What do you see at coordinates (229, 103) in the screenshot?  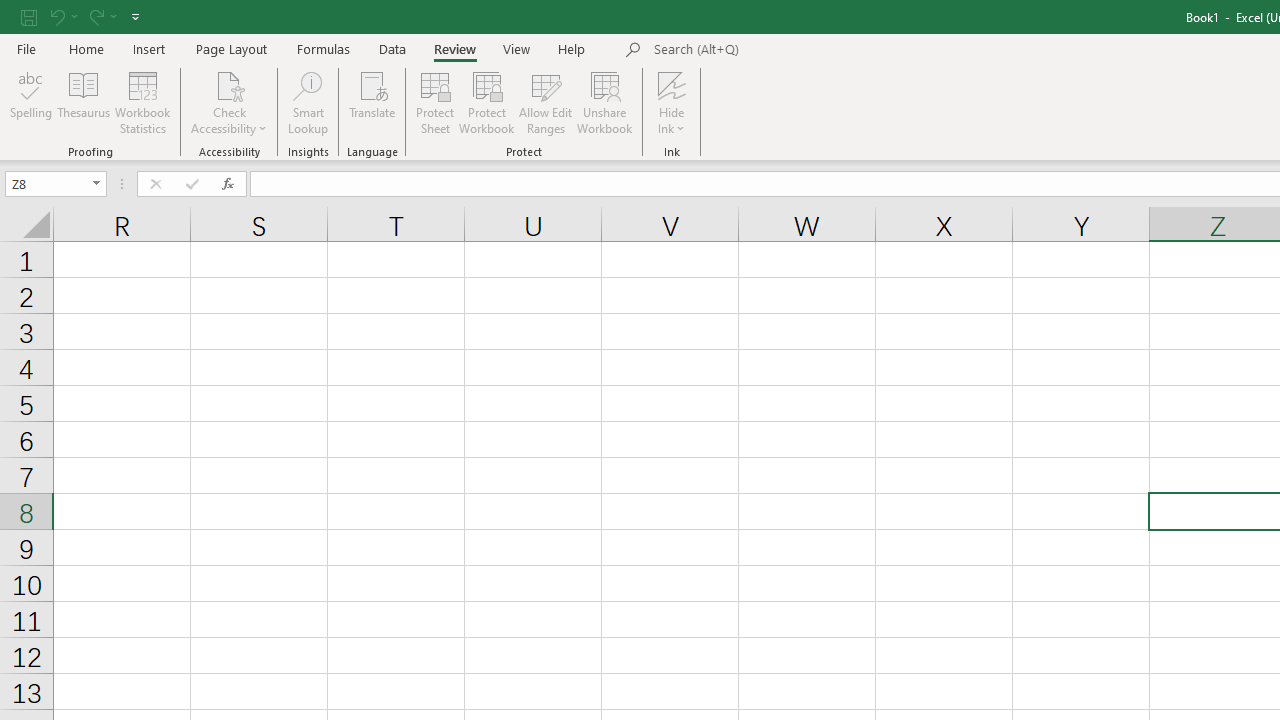 I see `'Check Accessibility'` at bounding box center [229, 103].